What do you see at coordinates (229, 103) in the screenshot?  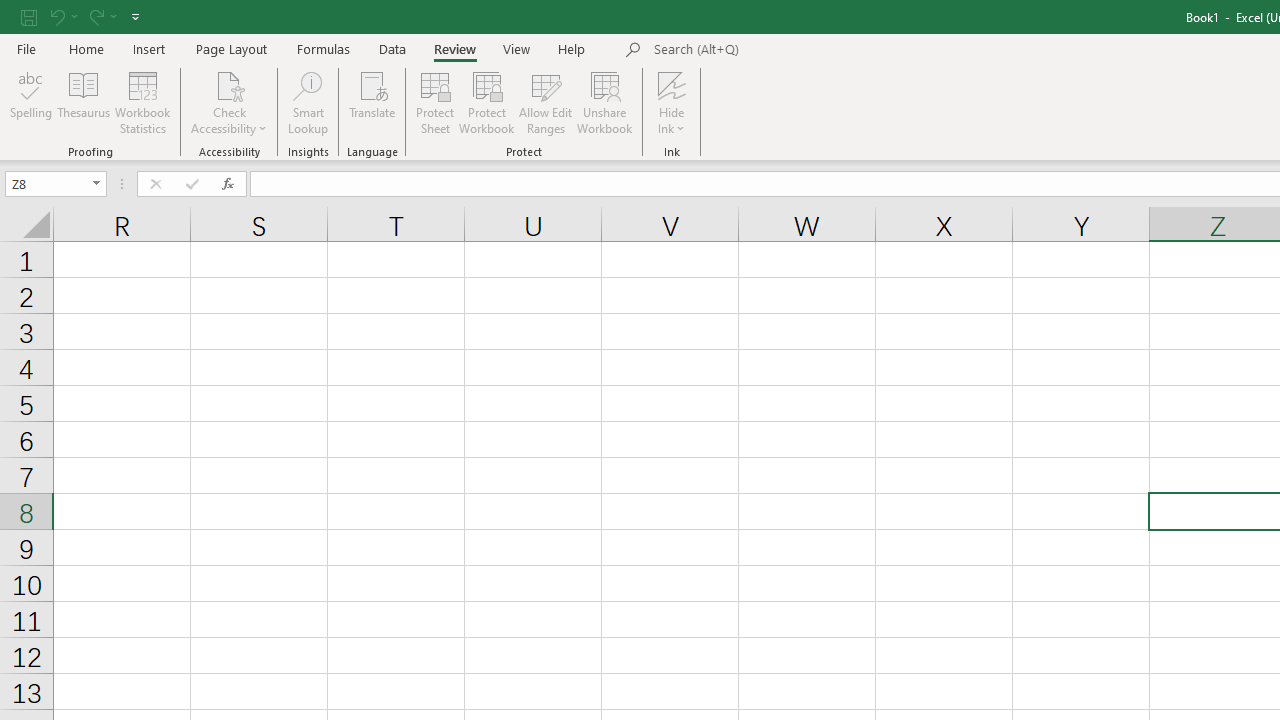 I see `'Check Accessibility'` at bounding box center [229, 103].